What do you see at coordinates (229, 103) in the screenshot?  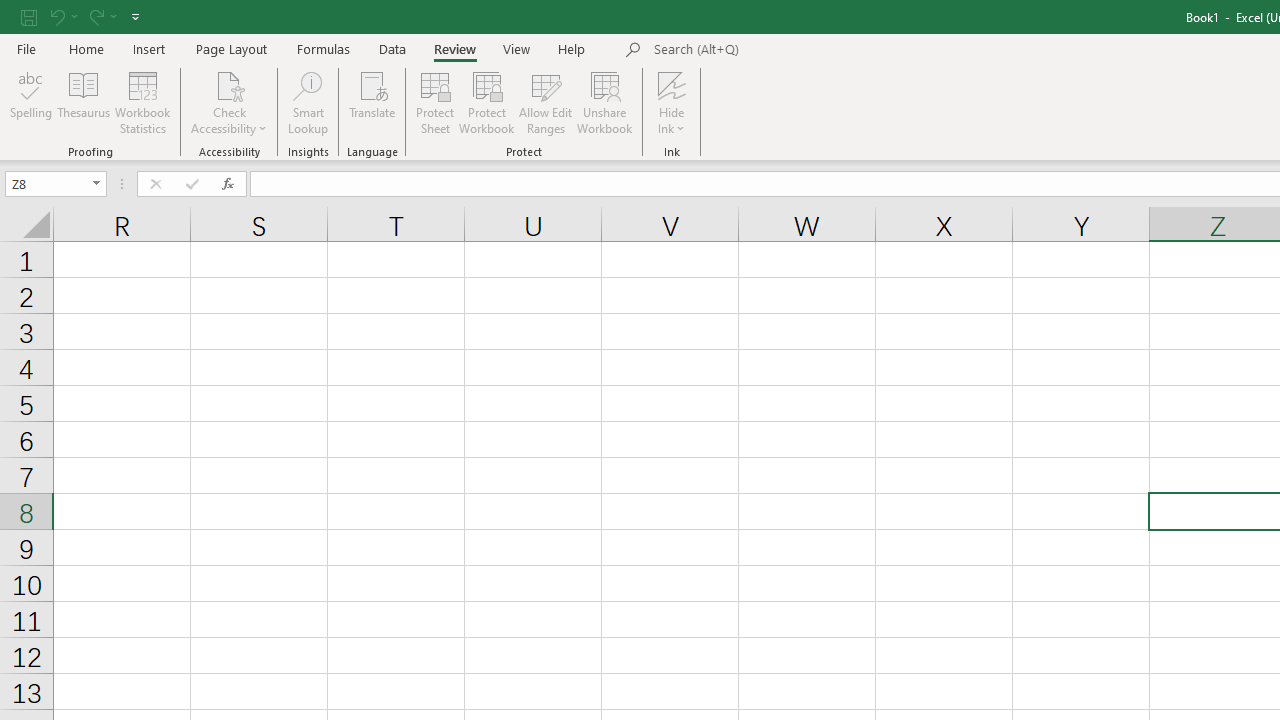 I see `'Check Accessibility'` at bounding box center [229, 103].